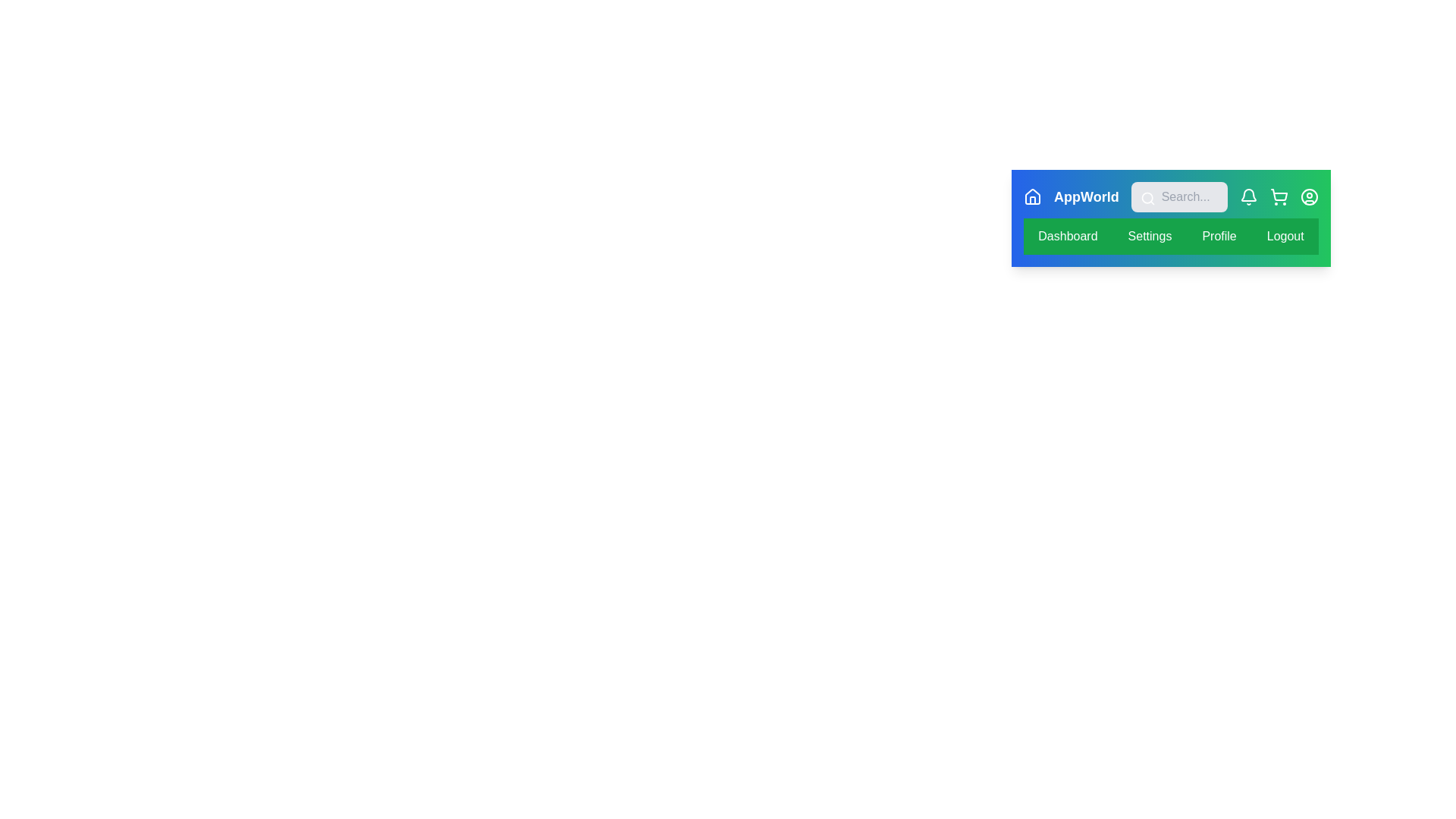 The width and height of the screenshot is (1456, 819). Describe the element at coordinates (1178, 196) in the screenshot. I see `the search input field and type the query 'example query'` at that location.